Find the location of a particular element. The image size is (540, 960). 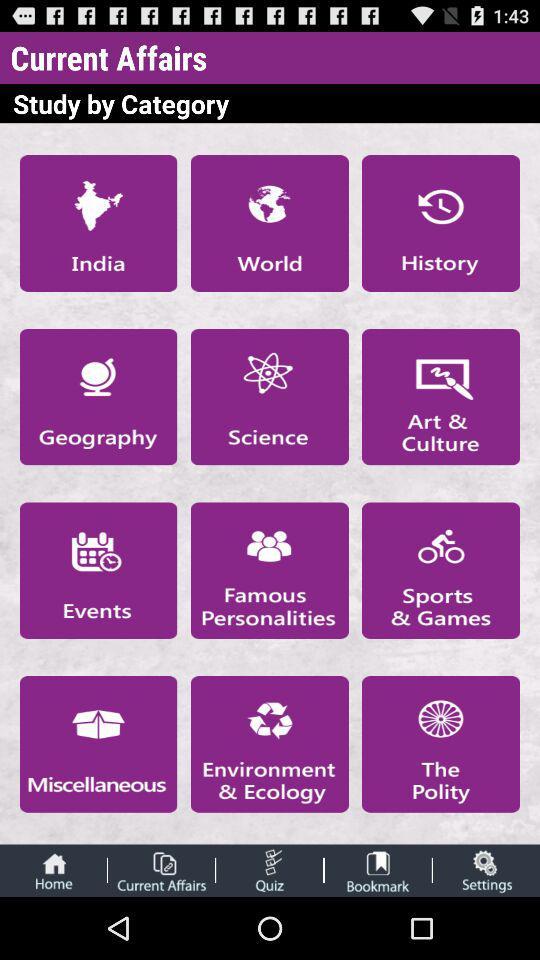

displays environment ecology as study by category when selcted is located at coordinates (269, 743).